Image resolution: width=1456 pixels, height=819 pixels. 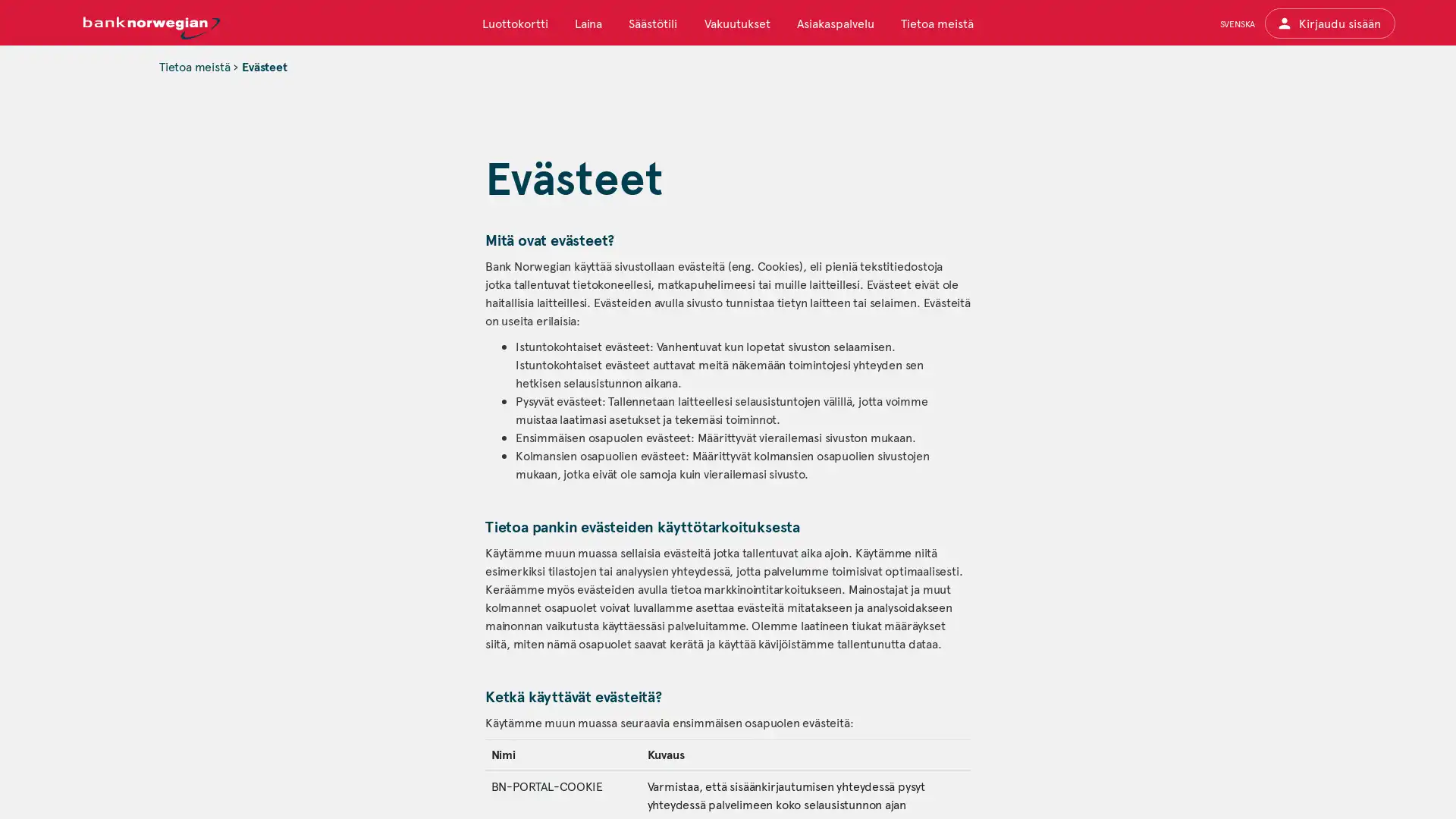 I want to click on Saastotili, so click(x=652, y=23).